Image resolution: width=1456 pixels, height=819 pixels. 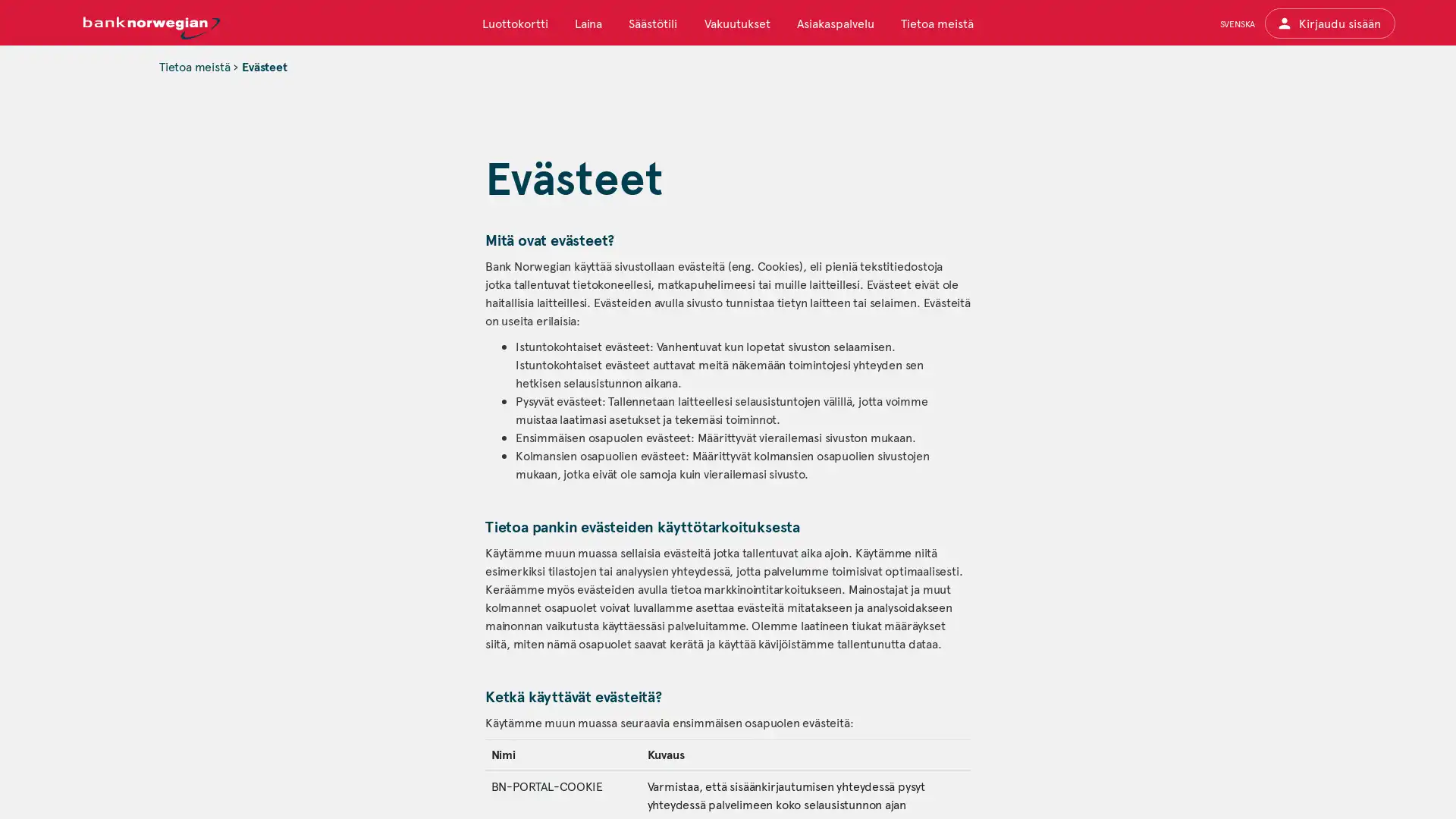 I want to click on Saastotili, so click(x=652, y=23).